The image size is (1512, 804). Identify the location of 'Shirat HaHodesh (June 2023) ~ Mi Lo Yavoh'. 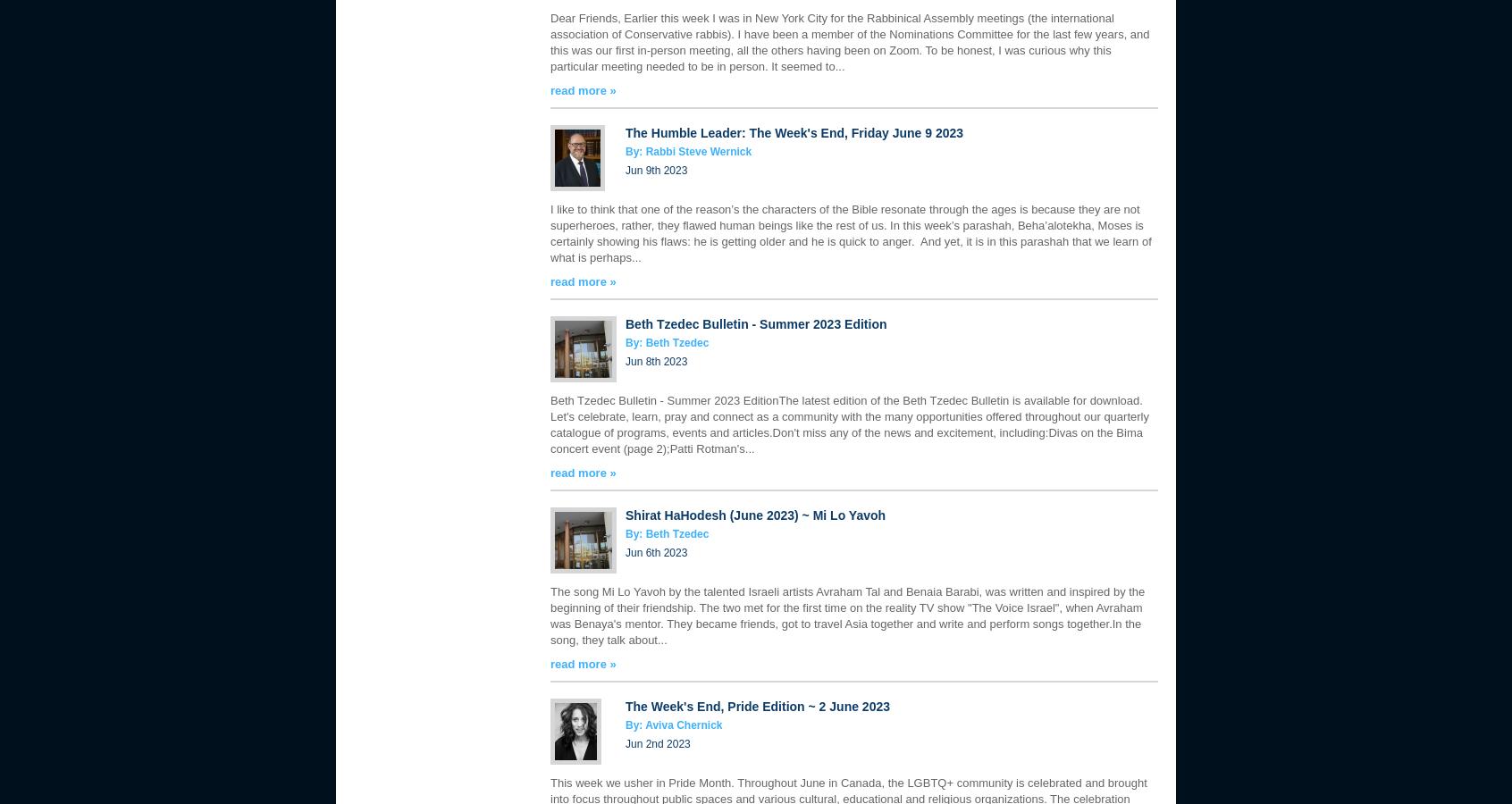
(625, 515).